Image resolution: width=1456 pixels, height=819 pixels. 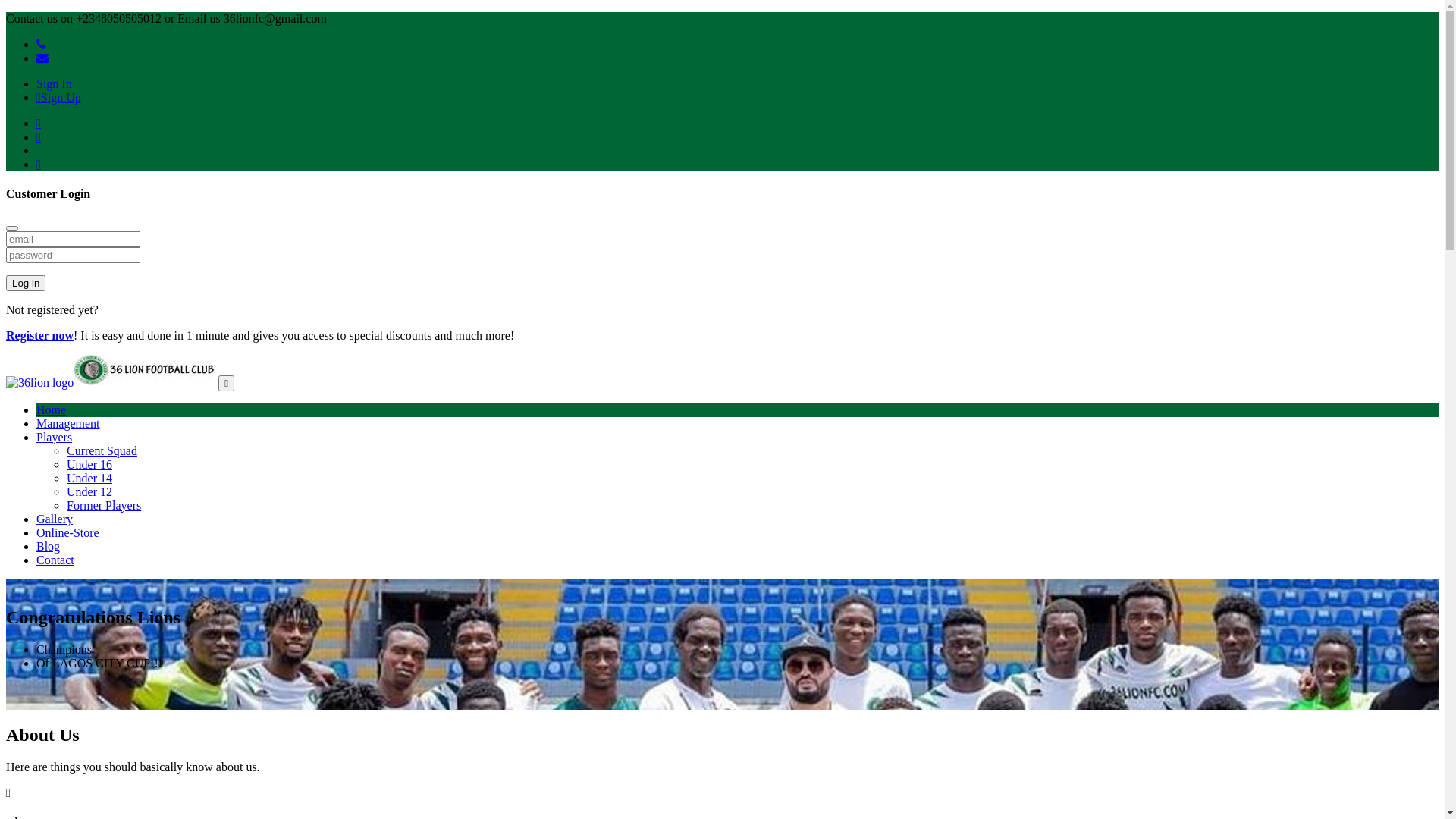 I want to click on 'Under 12', so click(x=65, y=491).